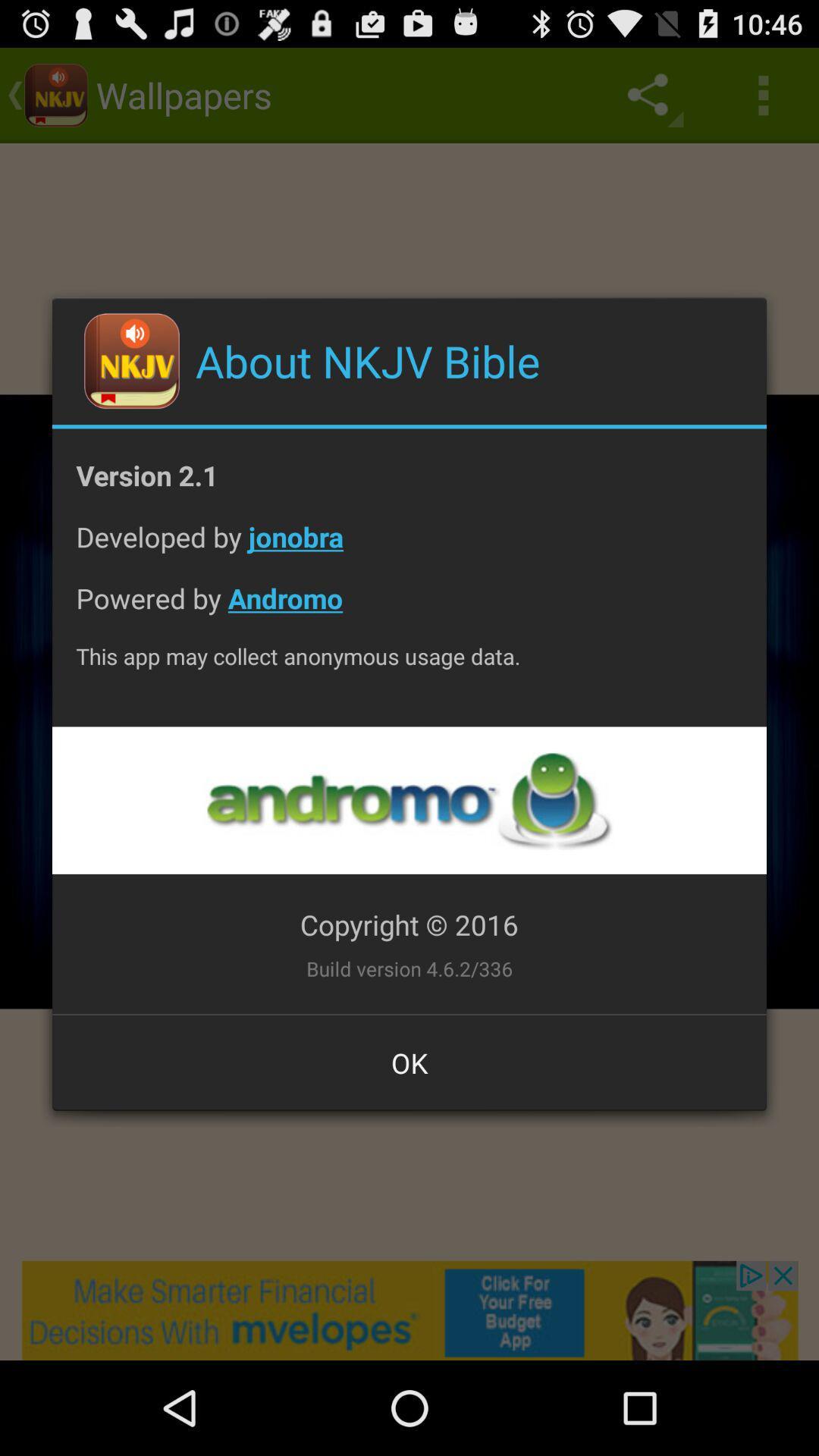 This screenshot has width=819, height=1456. What do you see at coordinates (409, 610) in the screenshot?
I see `the icon above the this app may item` at bounding box center [409, 610].